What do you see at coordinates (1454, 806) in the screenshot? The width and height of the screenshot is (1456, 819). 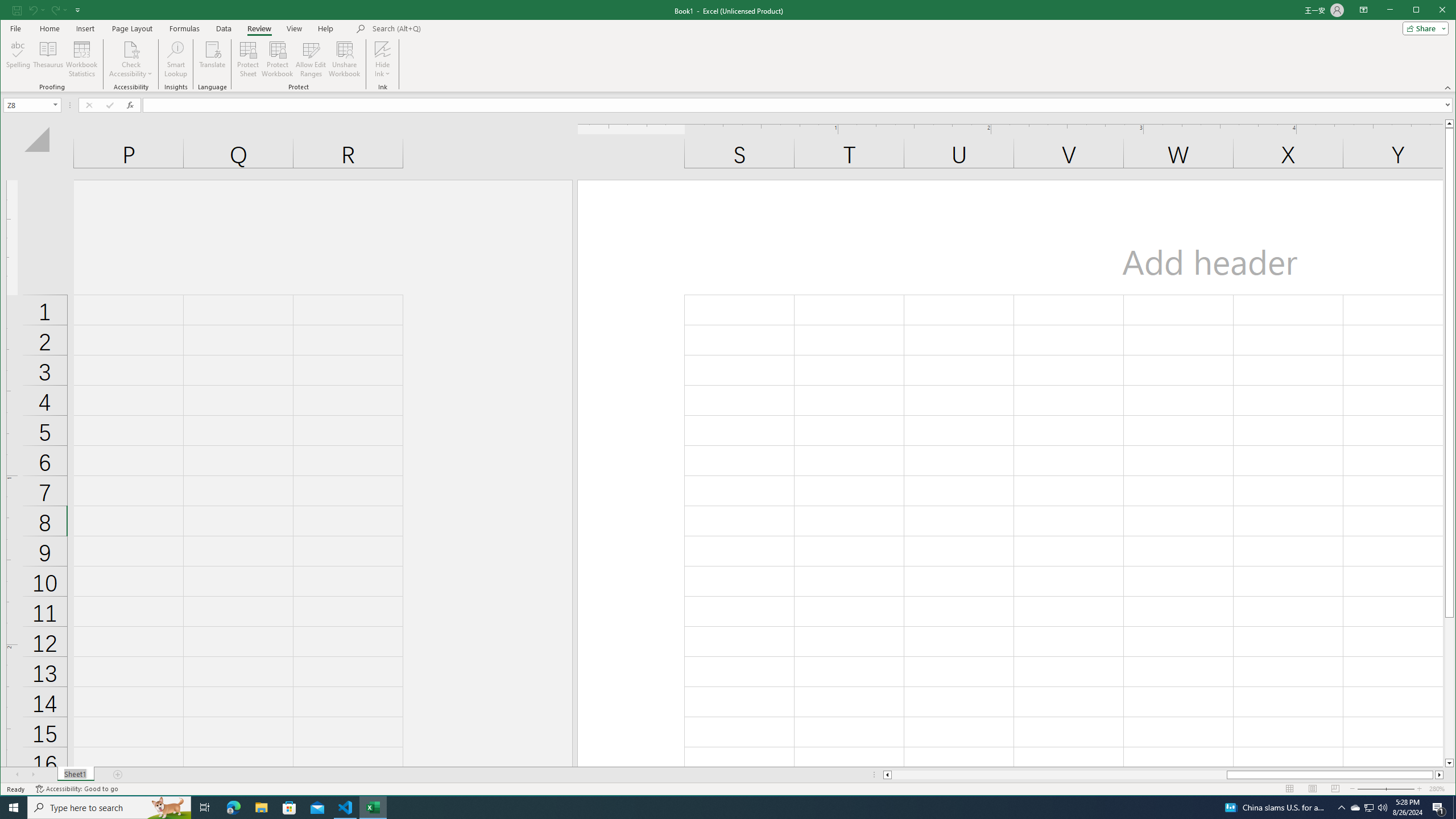 I see `'Show desktop'` at bounding box center [1454, 806].